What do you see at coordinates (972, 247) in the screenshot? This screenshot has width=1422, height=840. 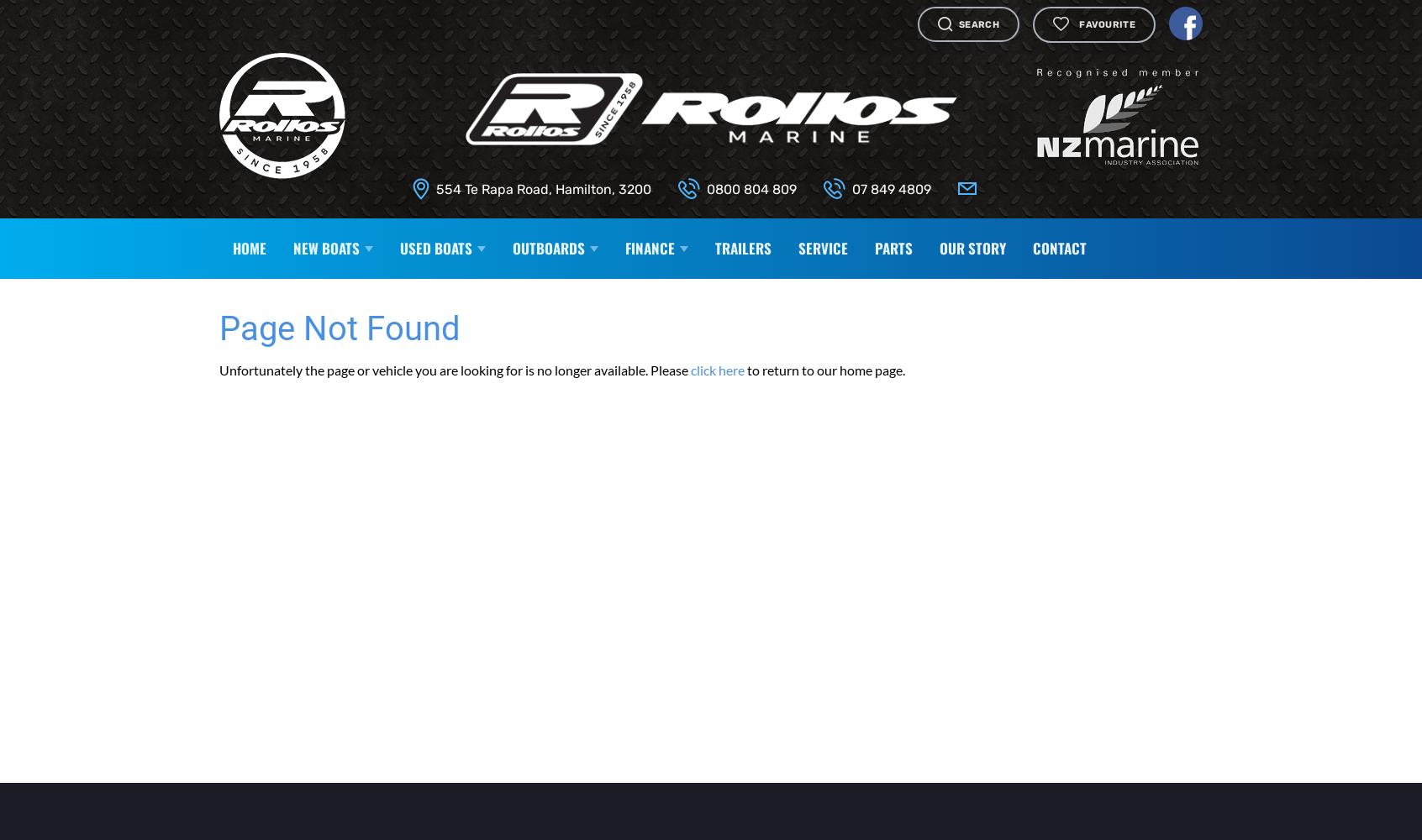 I see `'Our Story'` at bounding box center [972, 247].